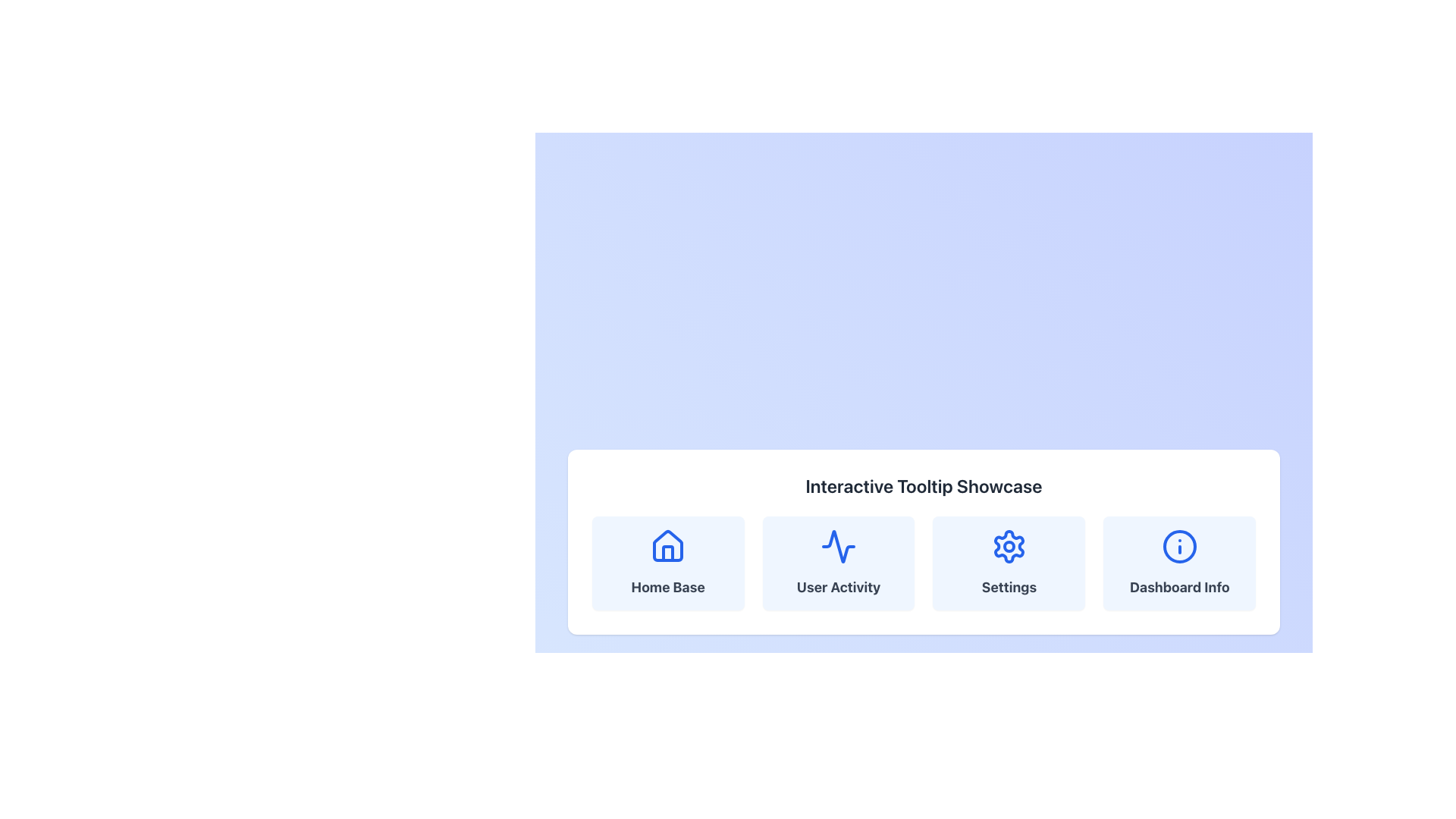 Image resolution: width=1456 pixels, height=819 pixels. What do you see at coordinates (838, 547) in the screenshot?
I see `the icon representing 'User Activity' located centrally in the second card of the horizontally aligned group below the header 'Interactive Tooltip Showcase'` at bounding box center [838, 547].